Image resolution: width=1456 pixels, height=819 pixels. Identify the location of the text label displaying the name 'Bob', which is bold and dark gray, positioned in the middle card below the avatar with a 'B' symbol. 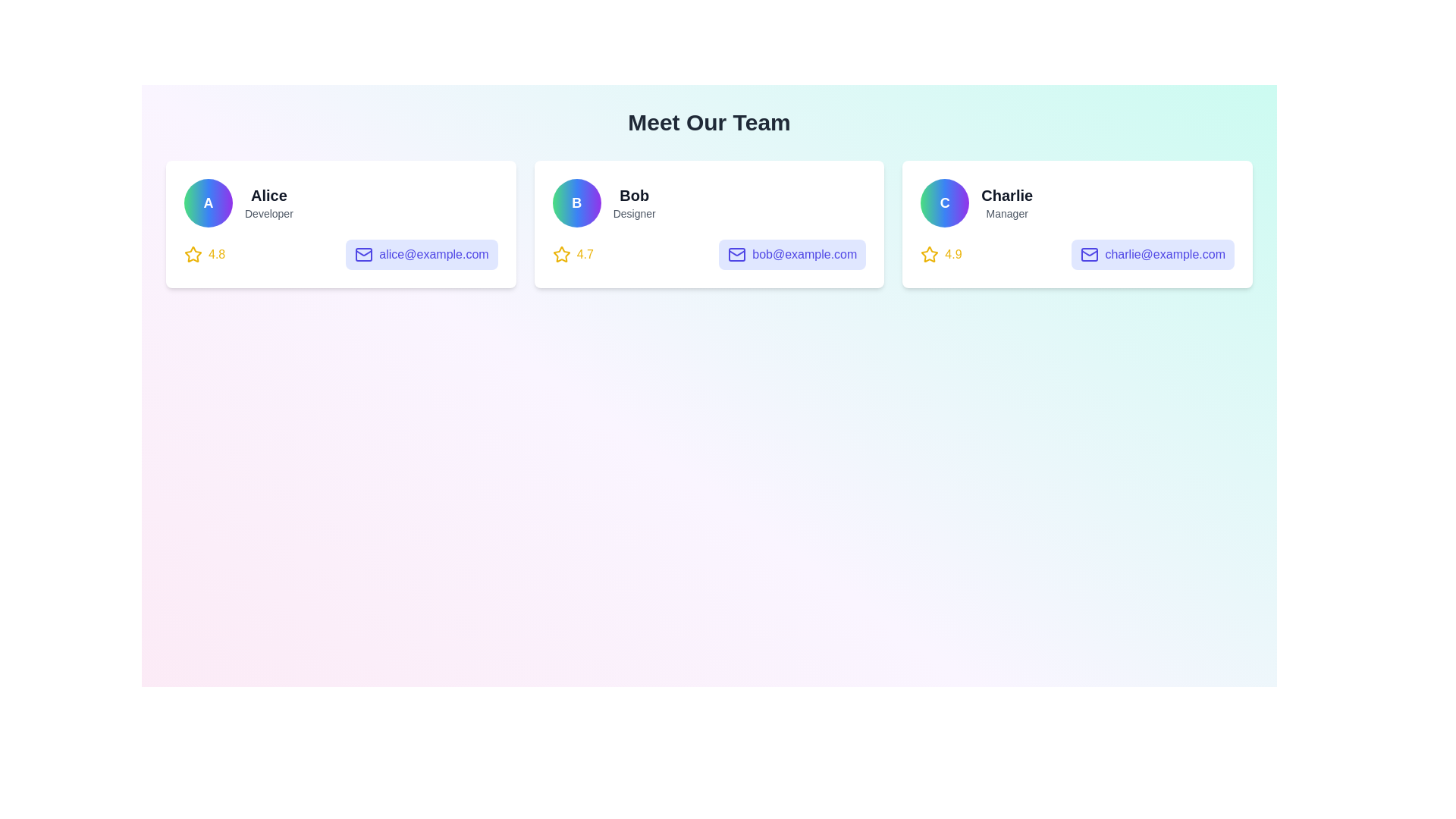
(634, 195).